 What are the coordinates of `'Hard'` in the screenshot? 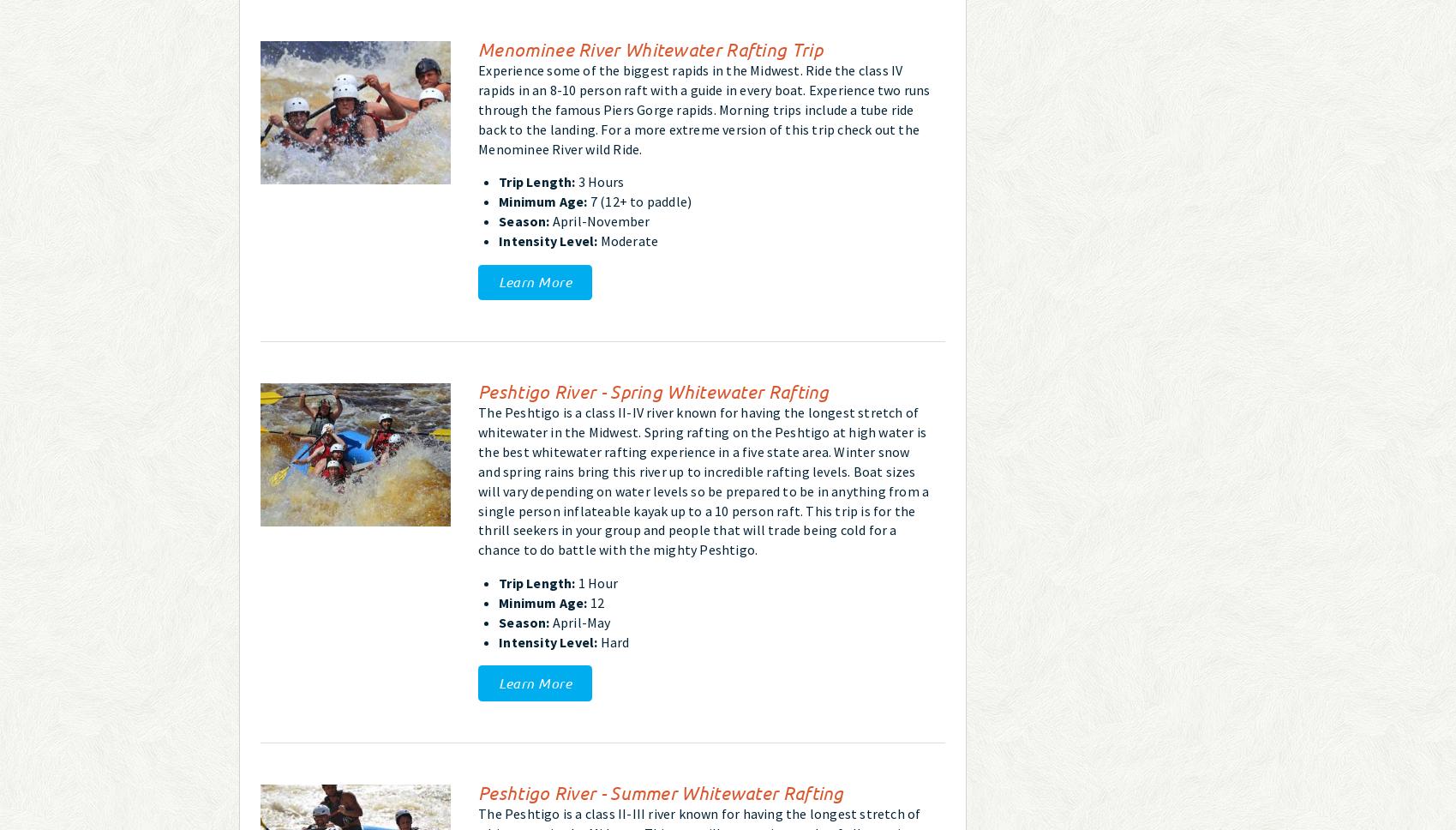 It's located at (596, 641).